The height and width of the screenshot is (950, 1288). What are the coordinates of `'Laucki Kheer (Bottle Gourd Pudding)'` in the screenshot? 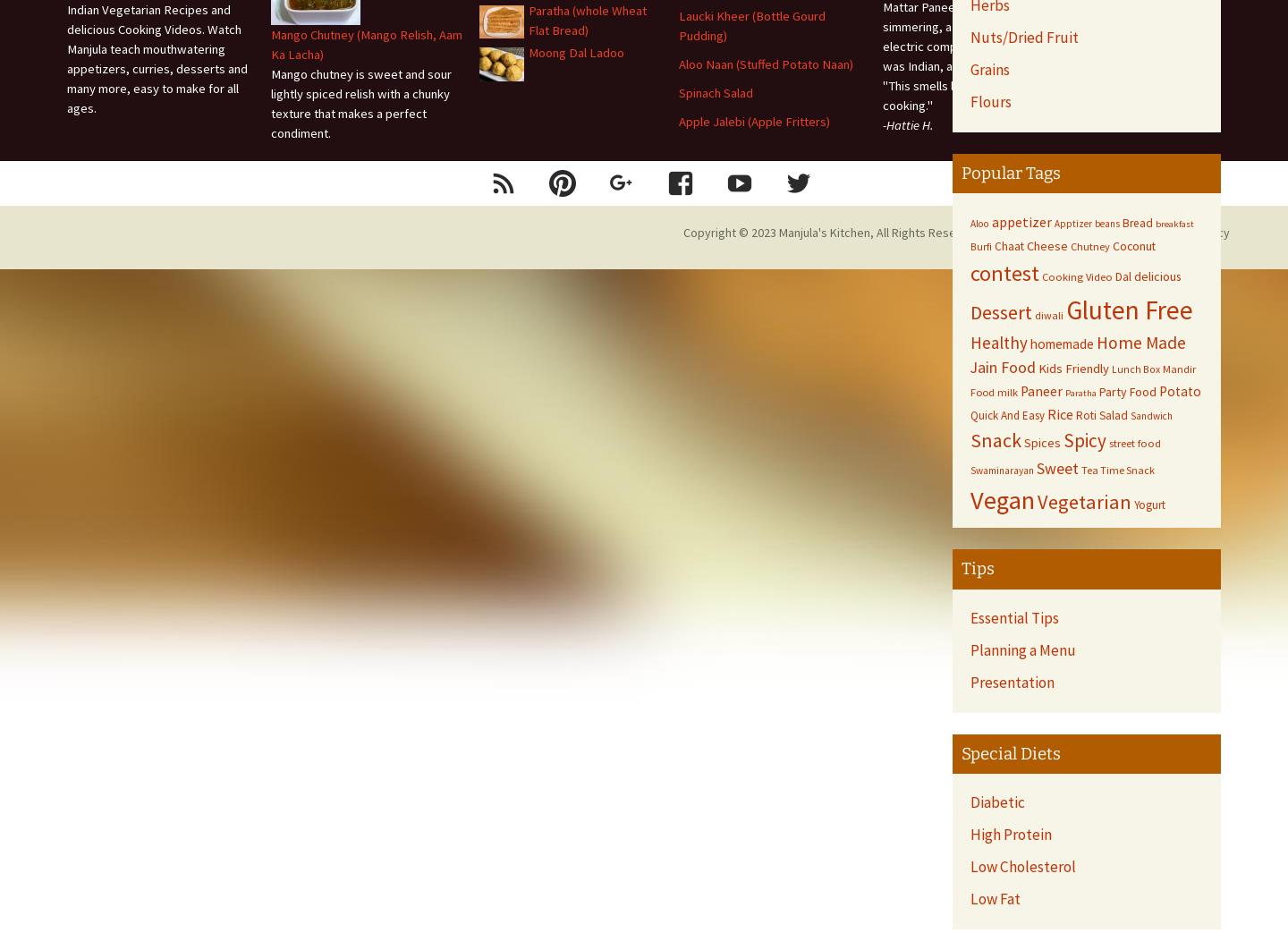 It's located at (751, 25).